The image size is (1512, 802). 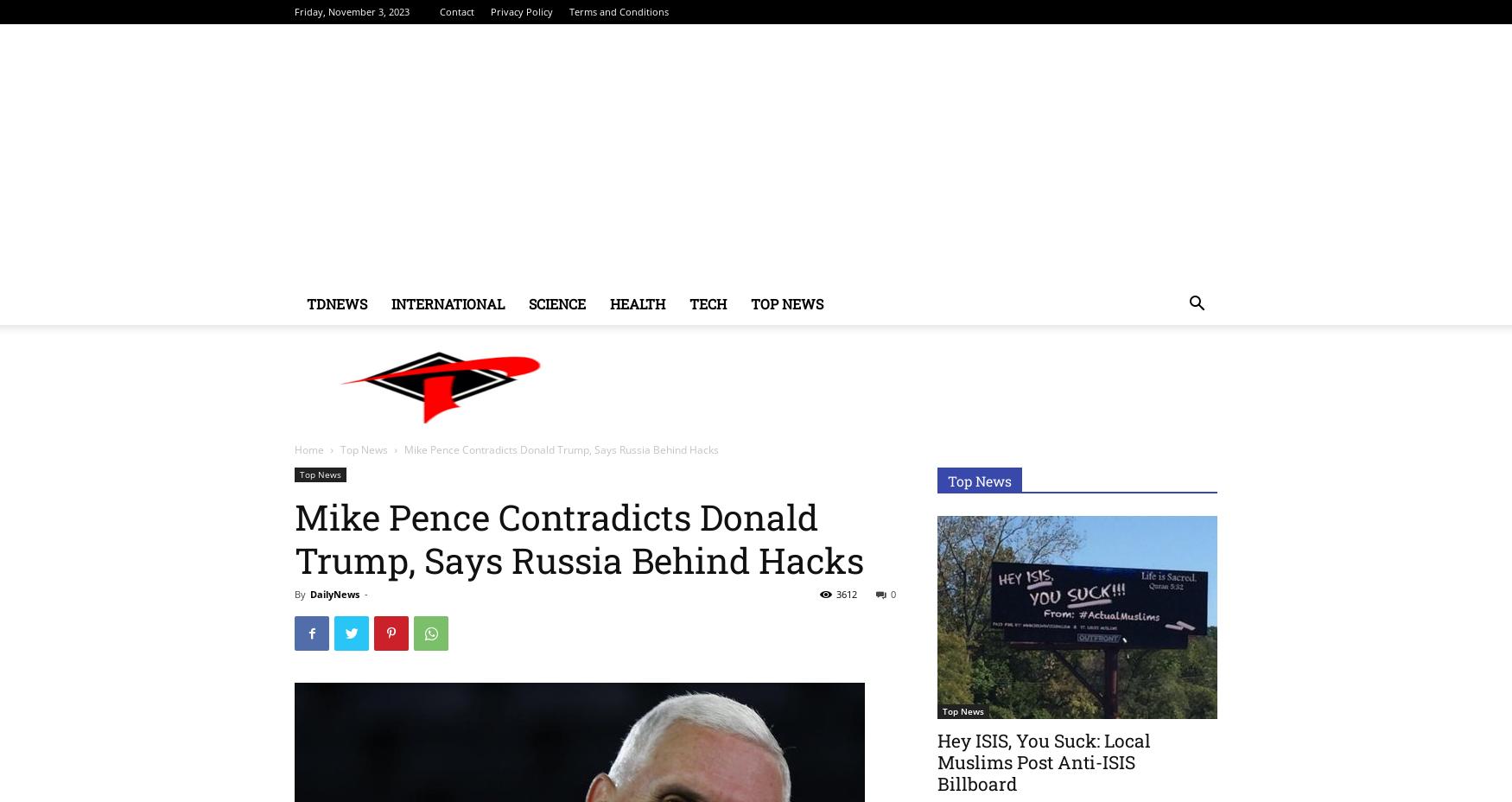 What do you see at coordinates (300, 594) in the screenshot?
I see `'By'` at bounding box center [300, 594].